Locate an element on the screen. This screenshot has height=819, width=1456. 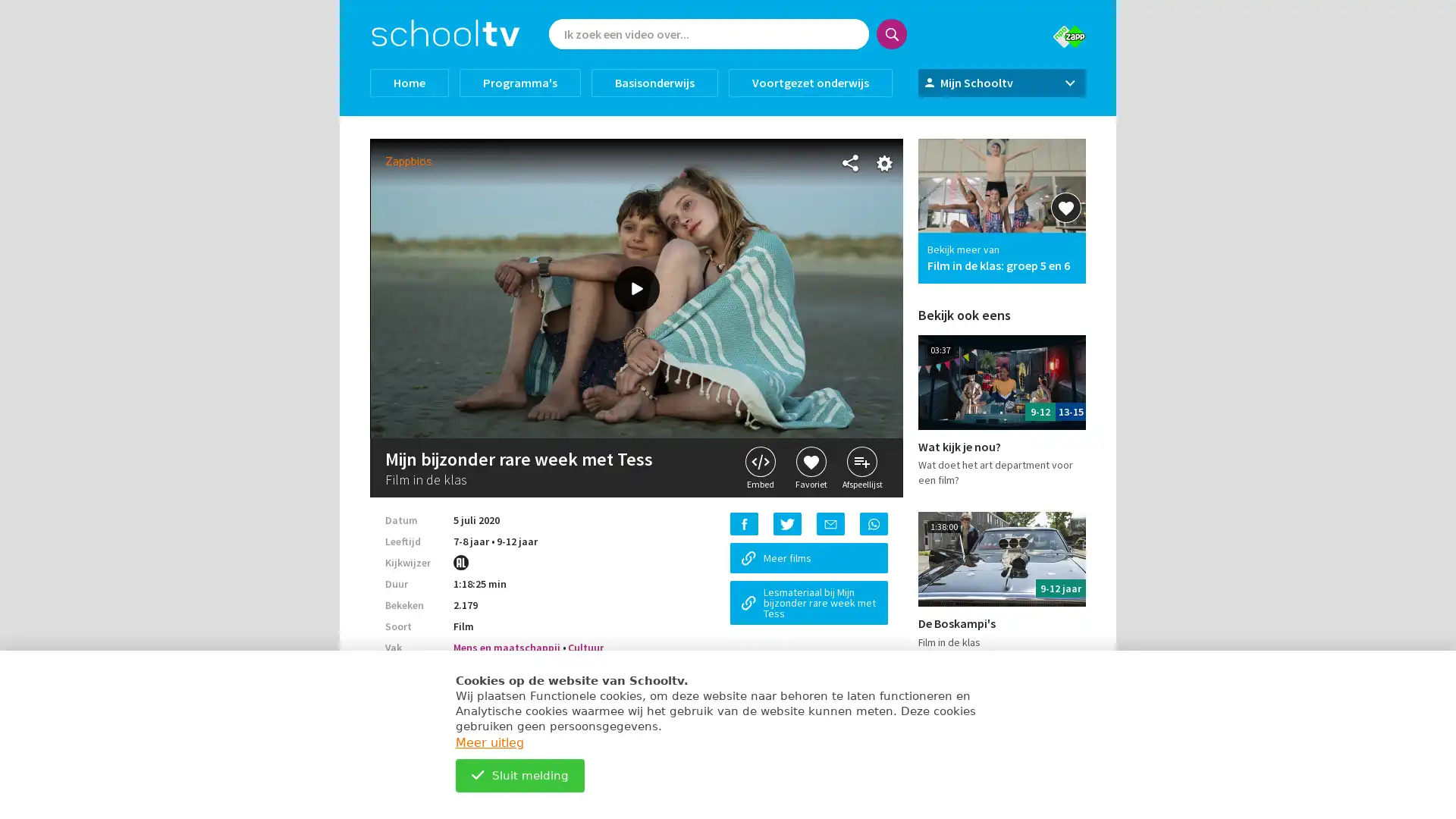
Verwijderen is located at coordinates (728, 265).